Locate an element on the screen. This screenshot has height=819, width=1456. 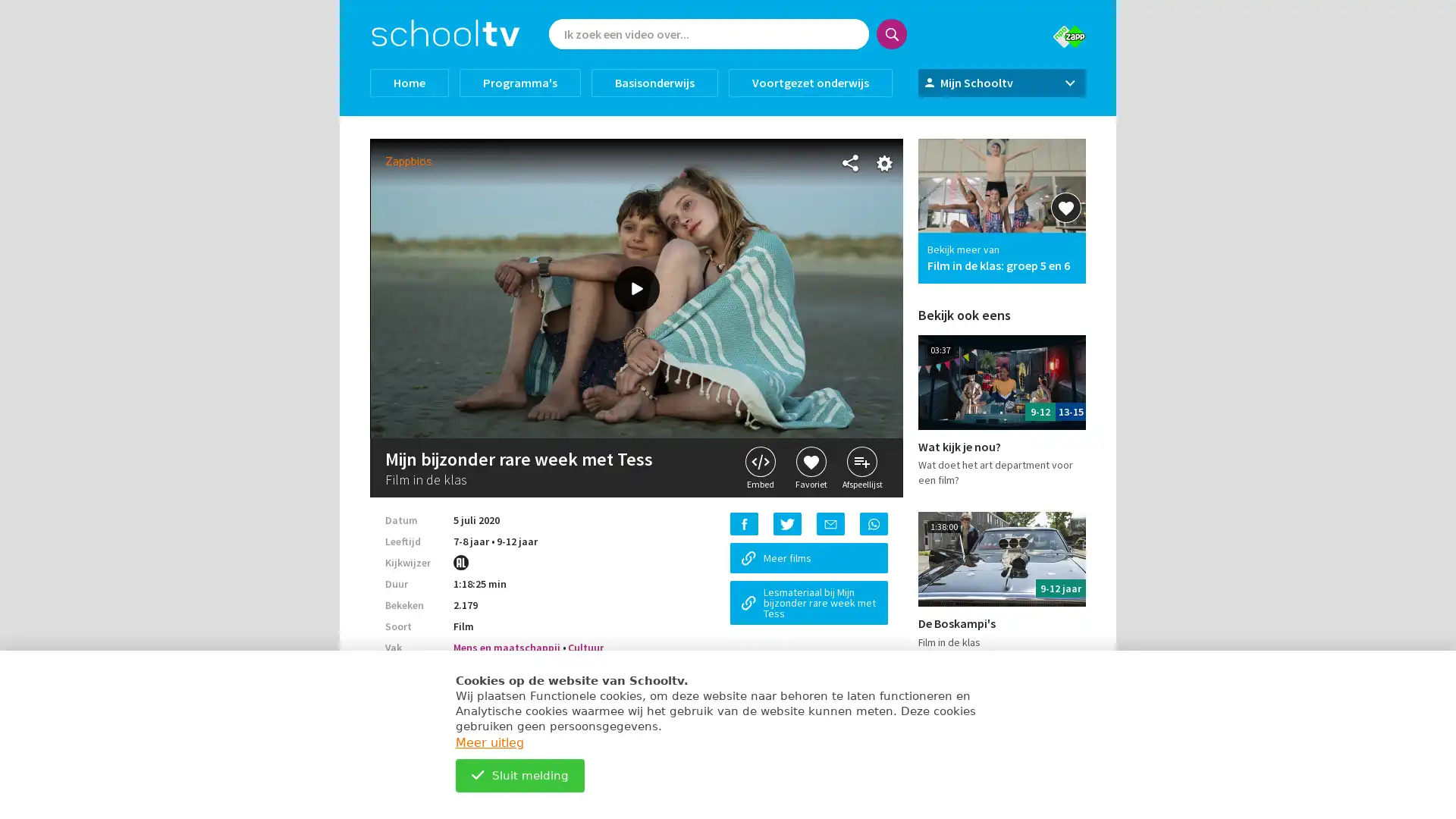
Verwijderen is located at coordinates (728, 265).